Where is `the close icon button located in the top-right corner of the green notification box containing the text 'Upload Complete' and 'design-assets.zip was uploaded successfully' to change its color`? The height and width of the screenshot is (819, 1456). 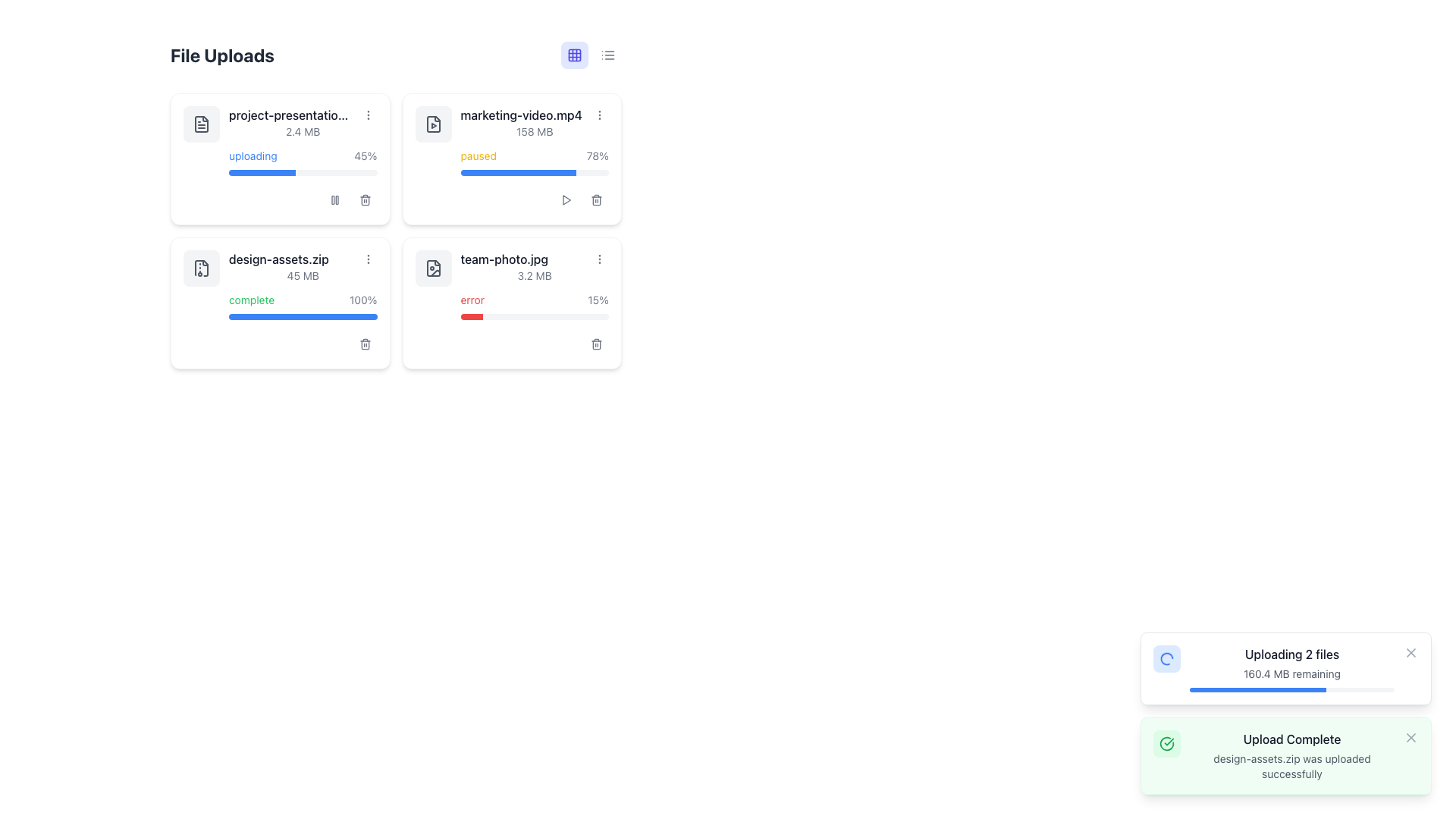
the close icon button located in the top-right corner of the green notification box containing the text 'Upload Complete' and 'design-assets.zip was uploaded successfully' to change its color is located at coordinates (1410, 736).